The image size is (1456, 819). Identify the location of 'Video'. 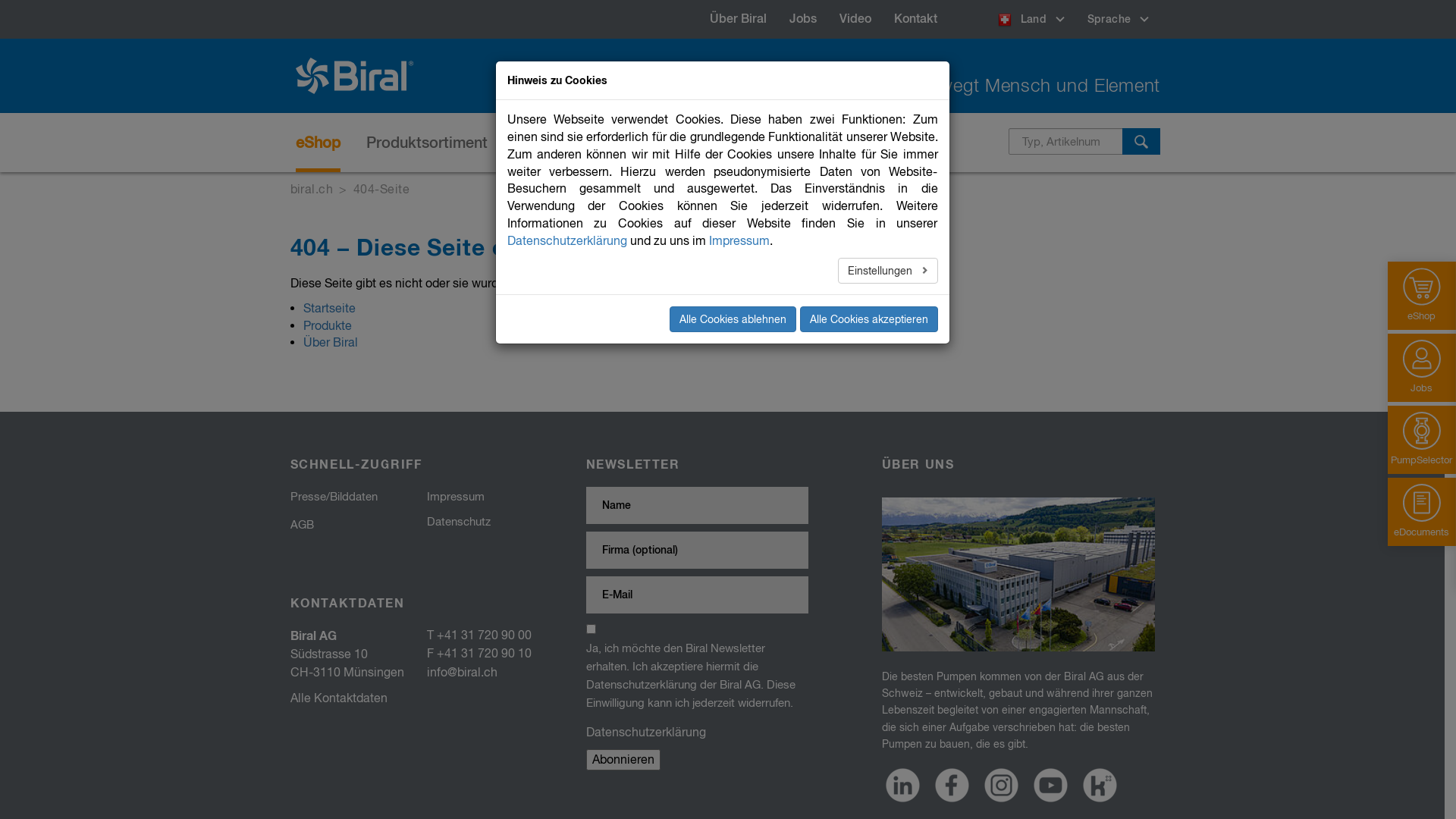
(855, 18).